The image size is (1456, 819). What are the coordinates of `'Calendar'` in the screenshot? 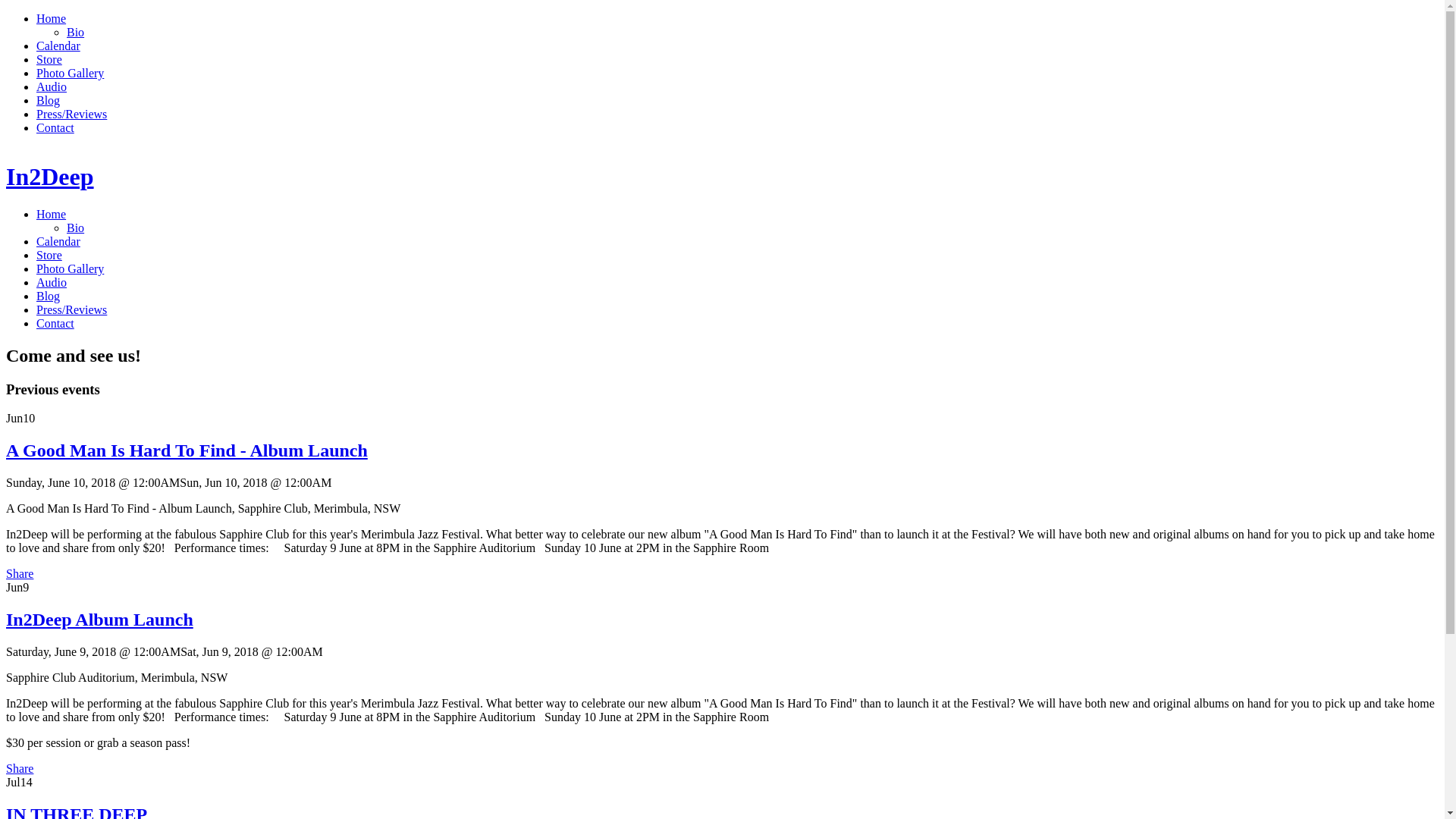 It's located at (58, 45).